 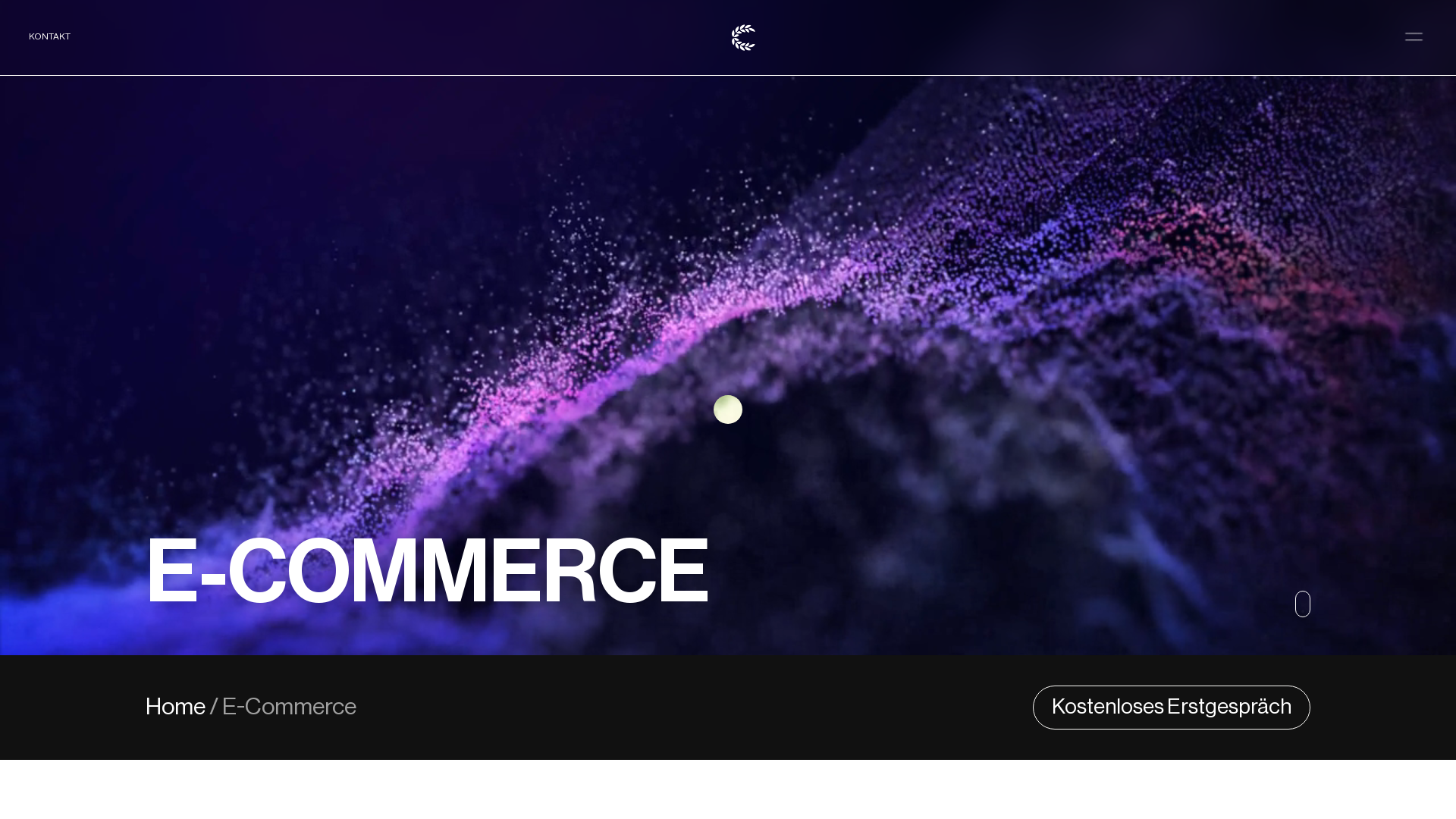 I want to click on 'Home', so click(x=177, y=708).